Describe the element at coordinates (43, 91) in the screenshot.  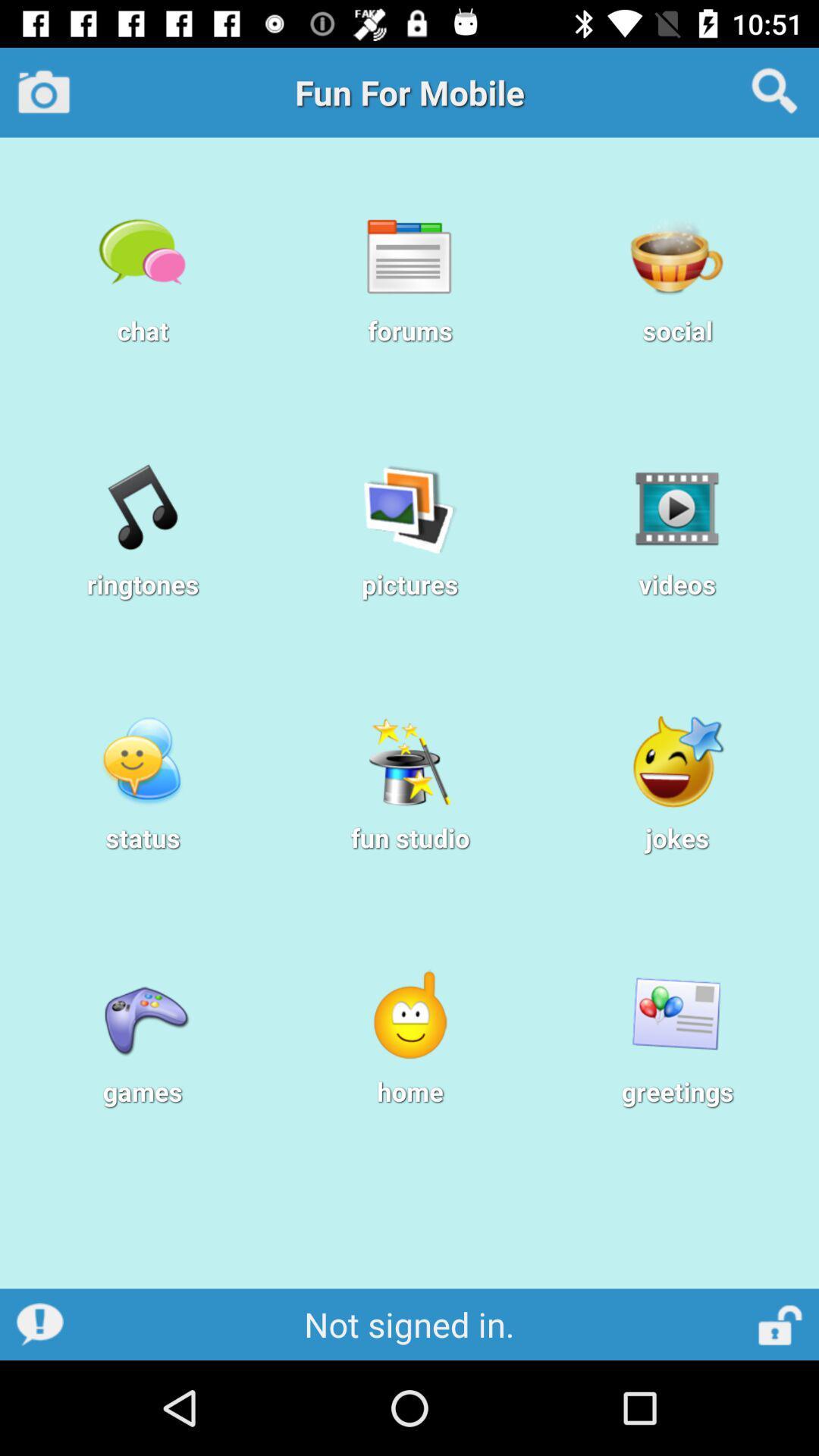
I see `a picture` at that location.